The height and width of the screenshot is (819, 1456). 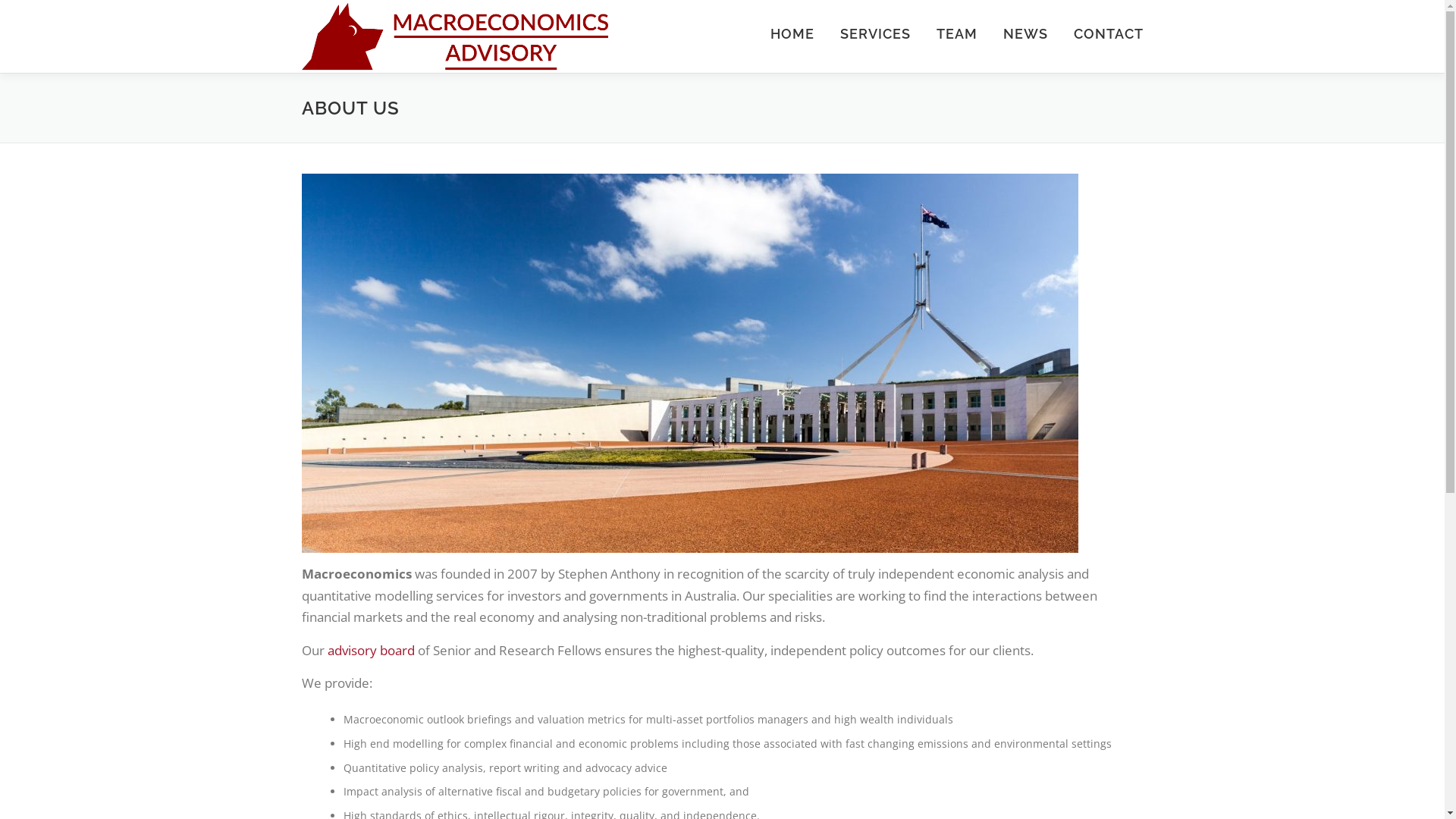 I want to click on 'advisory board', so click(x=371, y=649).